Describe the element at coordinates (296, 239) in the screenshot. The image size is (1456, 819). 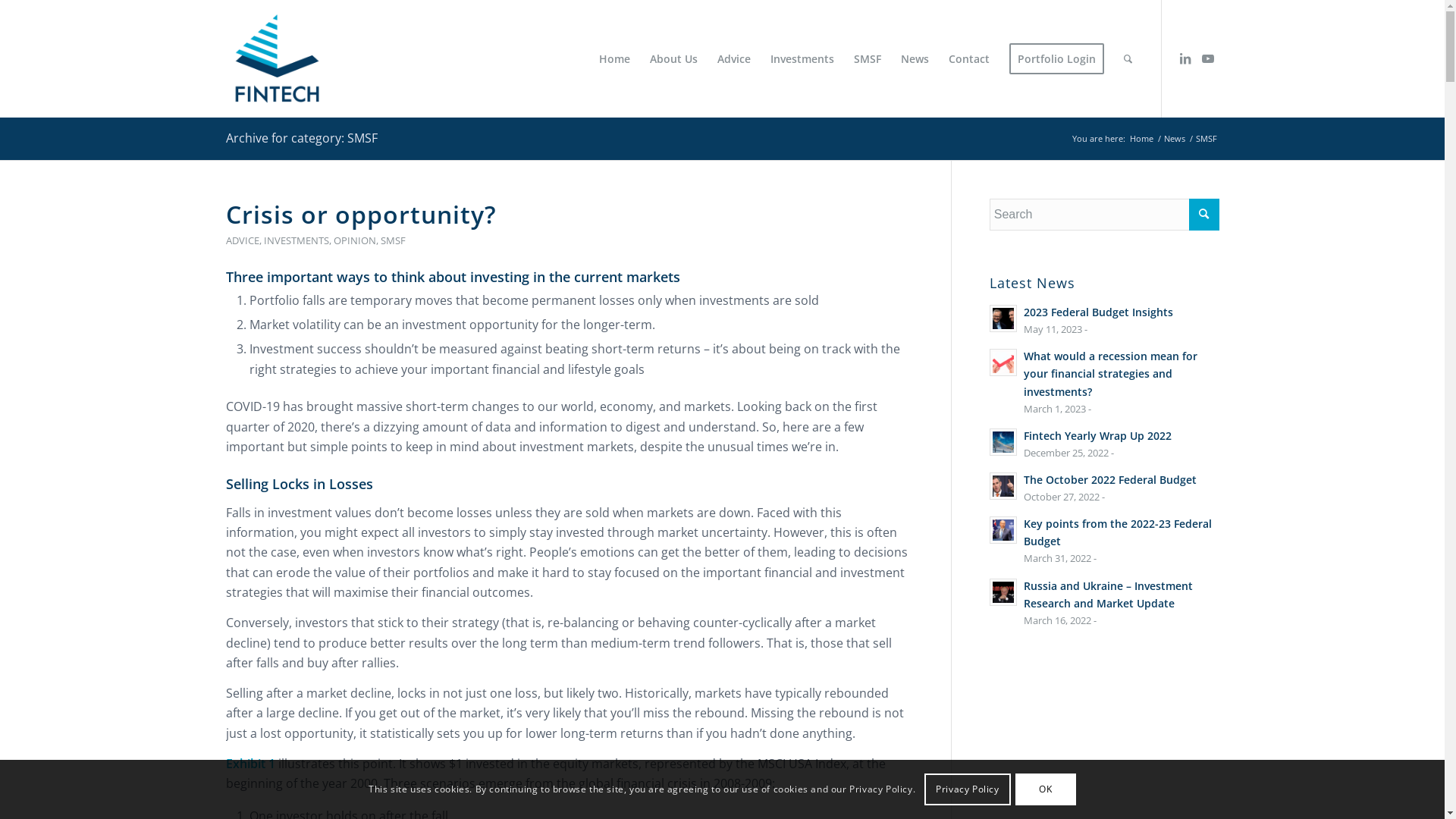
I see `'INVESTMENTS'` at that location.